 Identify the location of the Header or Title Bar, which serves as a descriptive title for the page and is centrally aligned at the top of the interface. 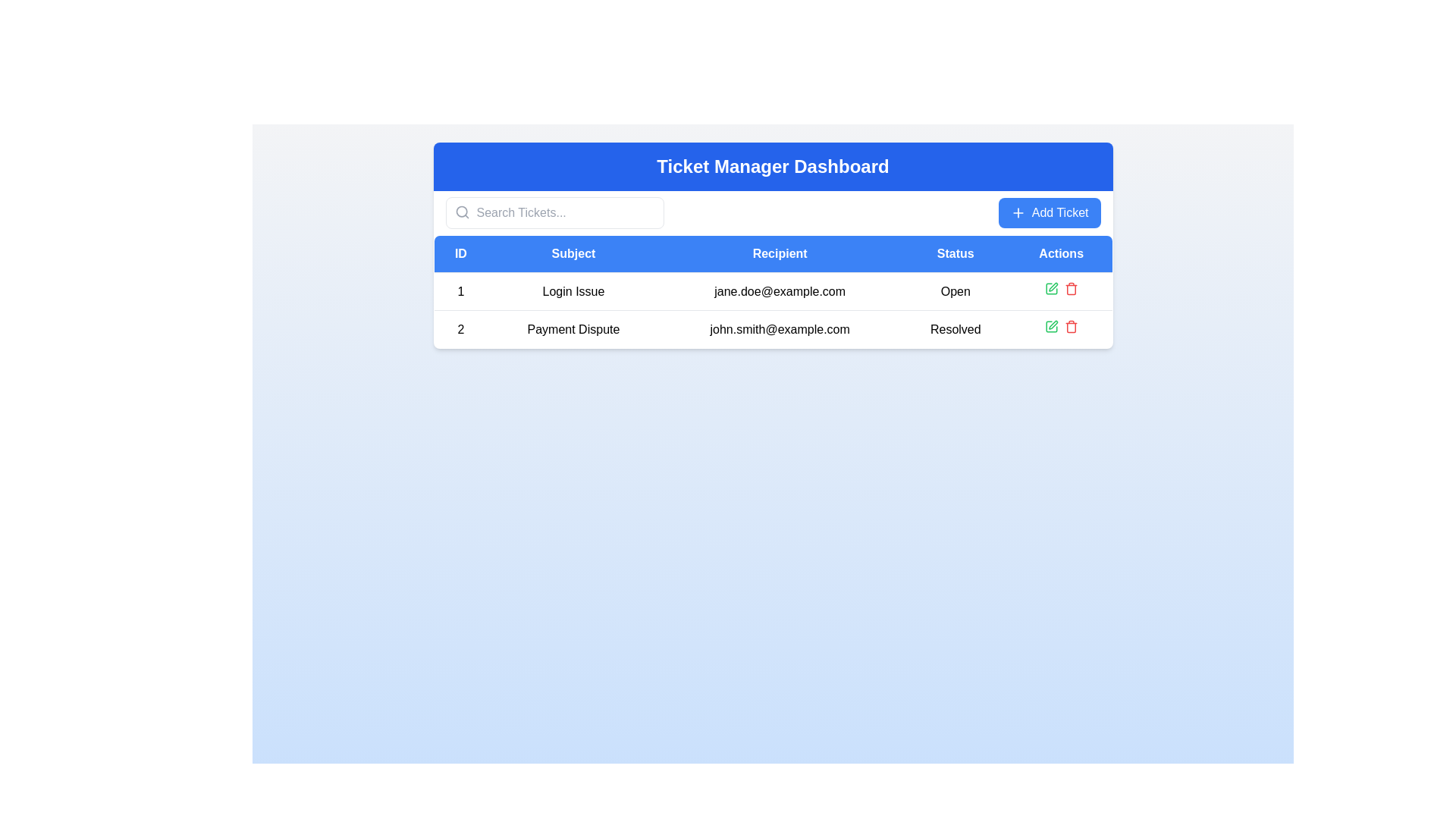
(773, 166).